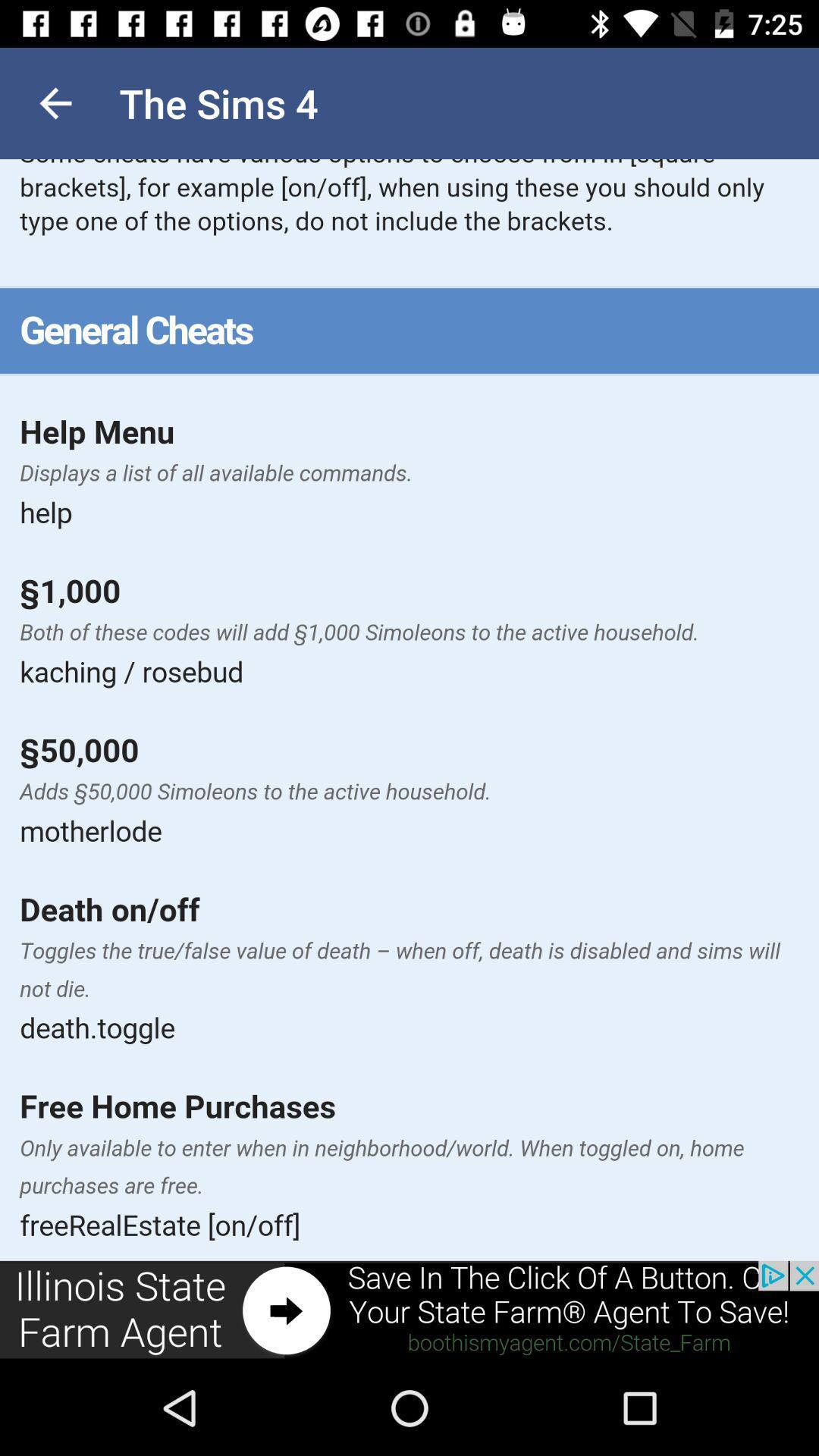 The height and width of the screenshot is (1456, 819). I want to click on copy text, so click(409, 709).